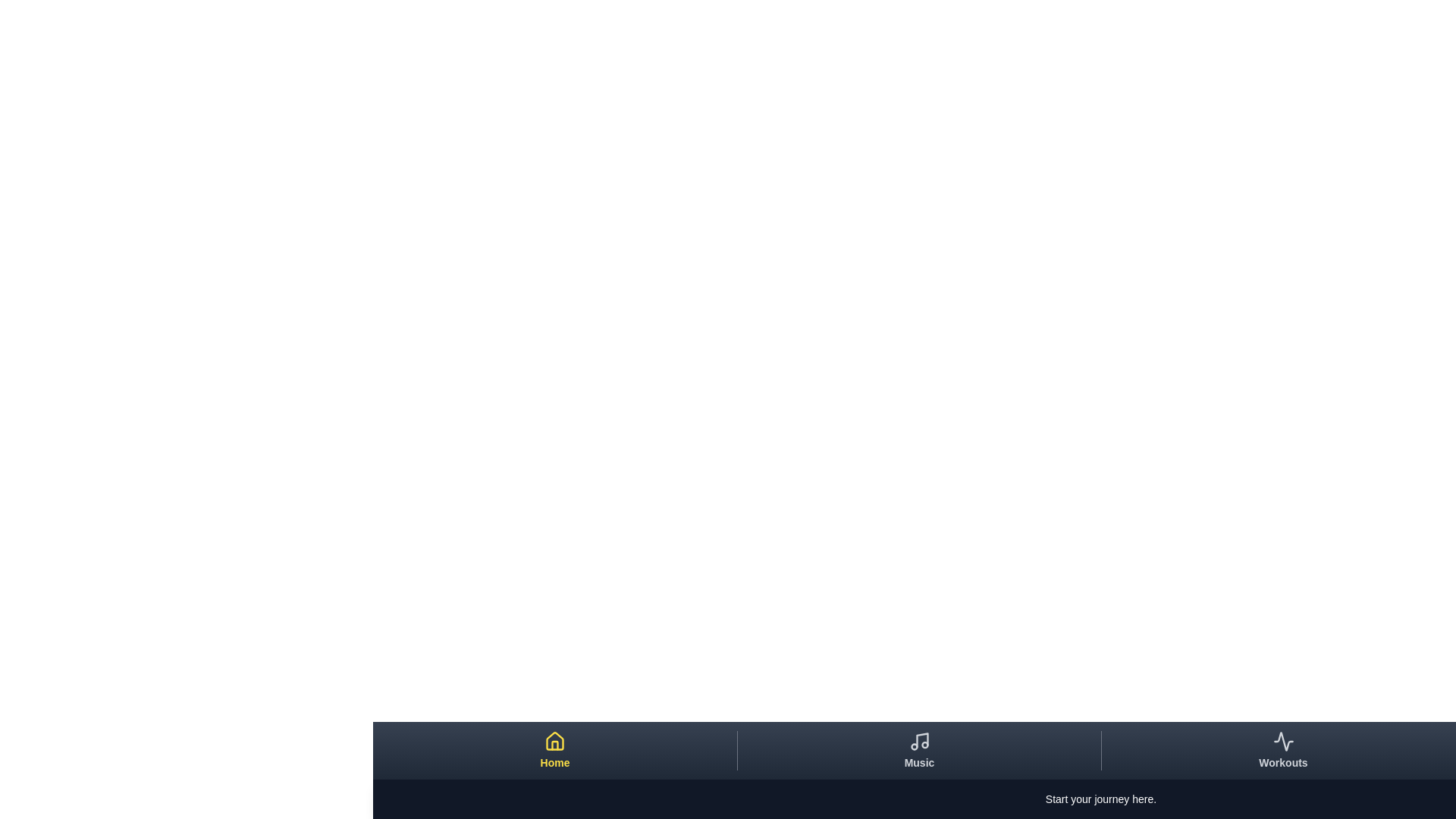 This screenshot has width=1456, height=819. What do you see at coordinates (918, 751) in the screenshot?
I see `the Music tab to view its content` at bounding box center [918, 751].